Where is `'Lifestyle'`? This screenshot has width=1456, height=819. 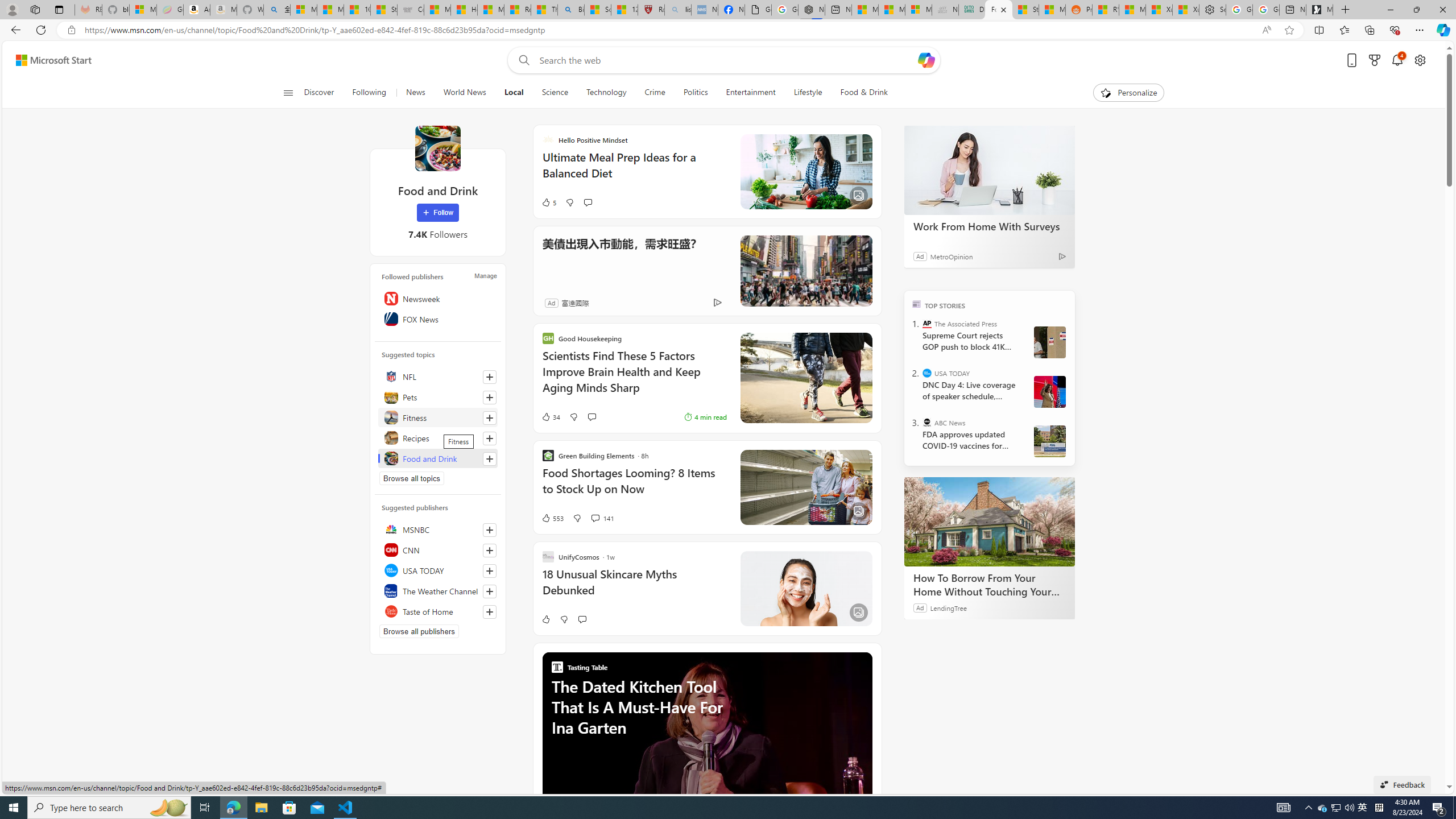 'Lifestyle' is located at coordinates (807, 92).